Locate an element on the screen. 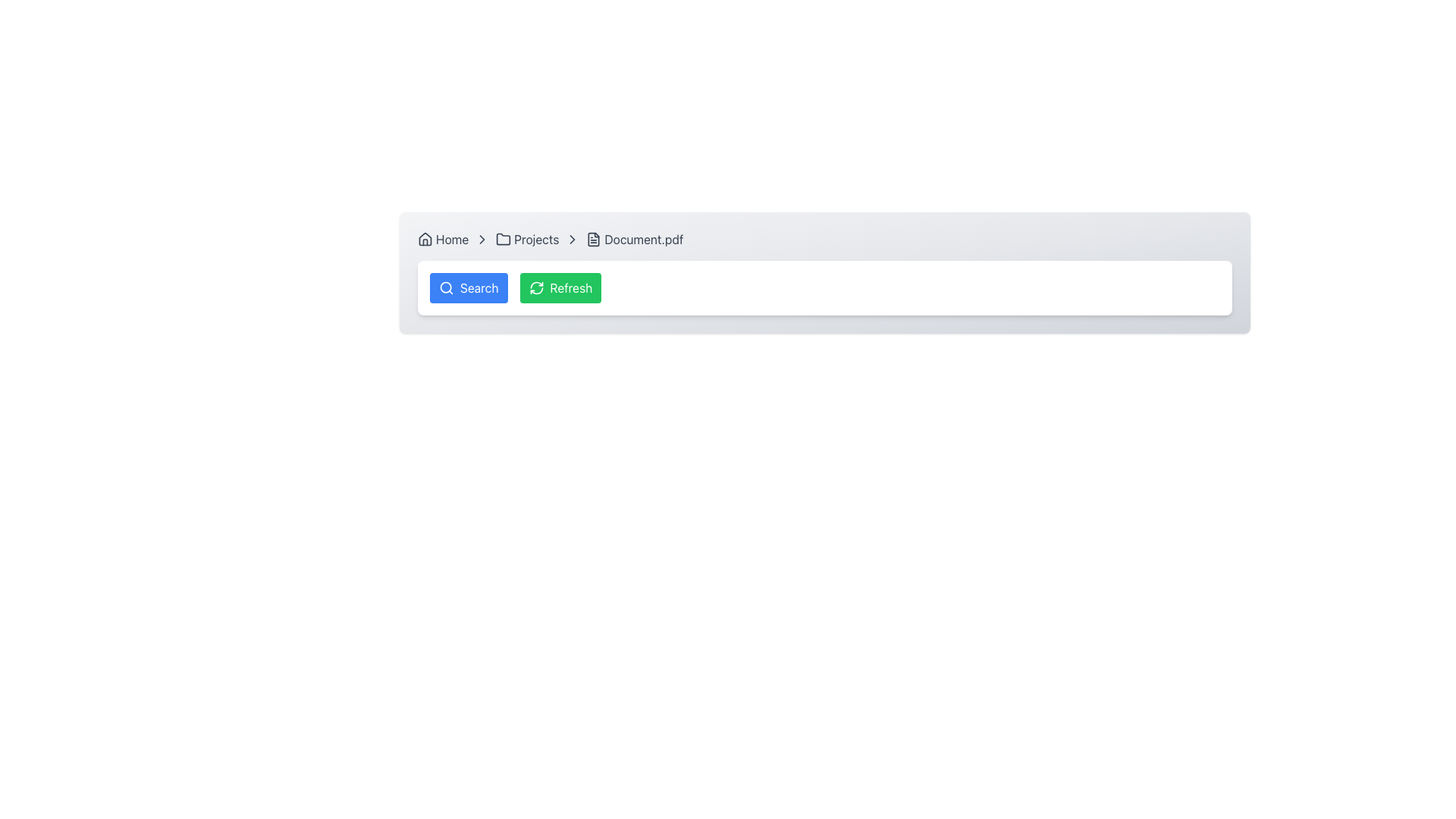 The height and width of the screenshot is (819, 1456). on the 'Home' textual navigation element in the breadcrumb navigation bar is located at coordinates (451, 239).